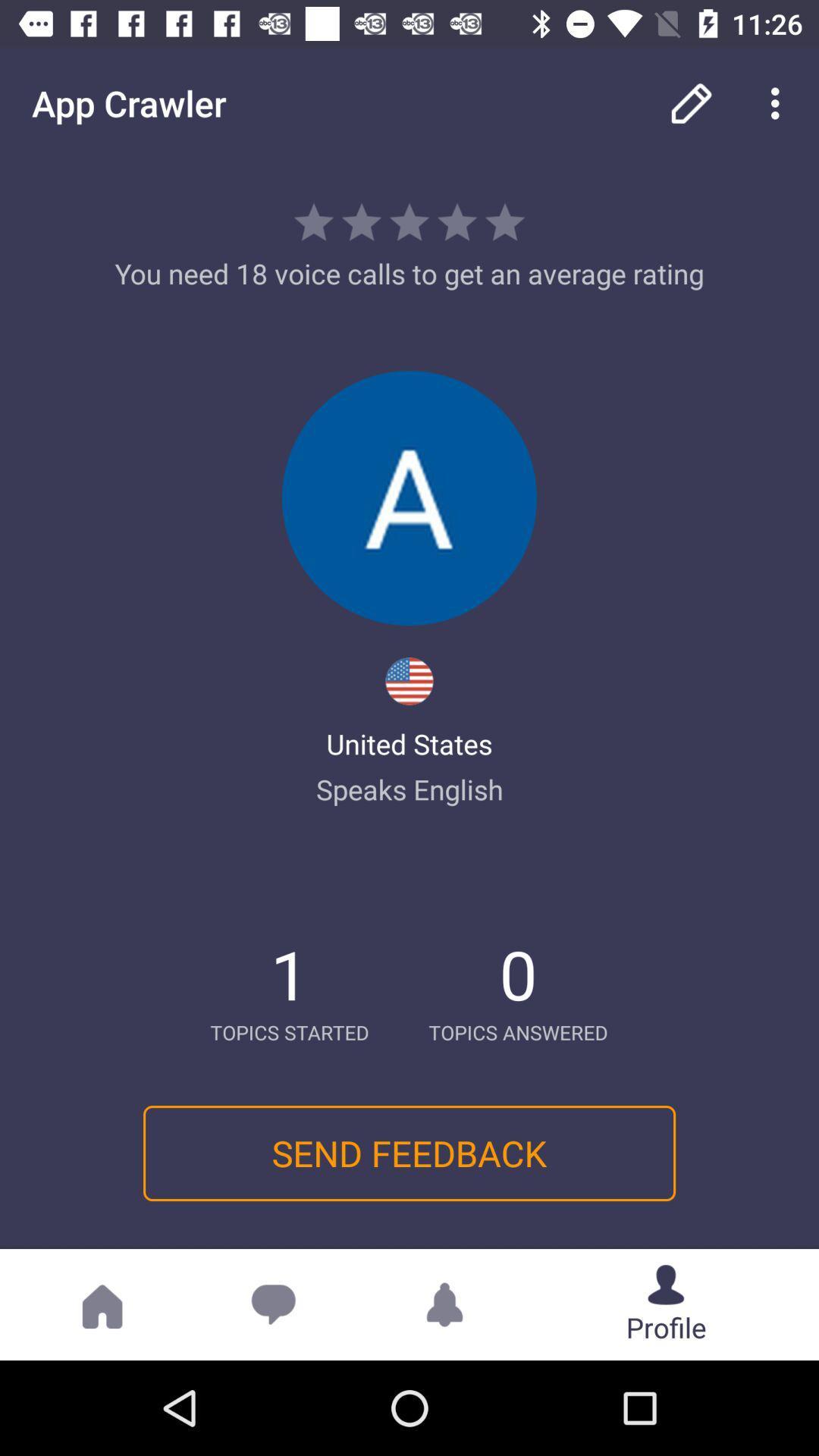  I want to click on the send feedback icon, so click(409, 1153).